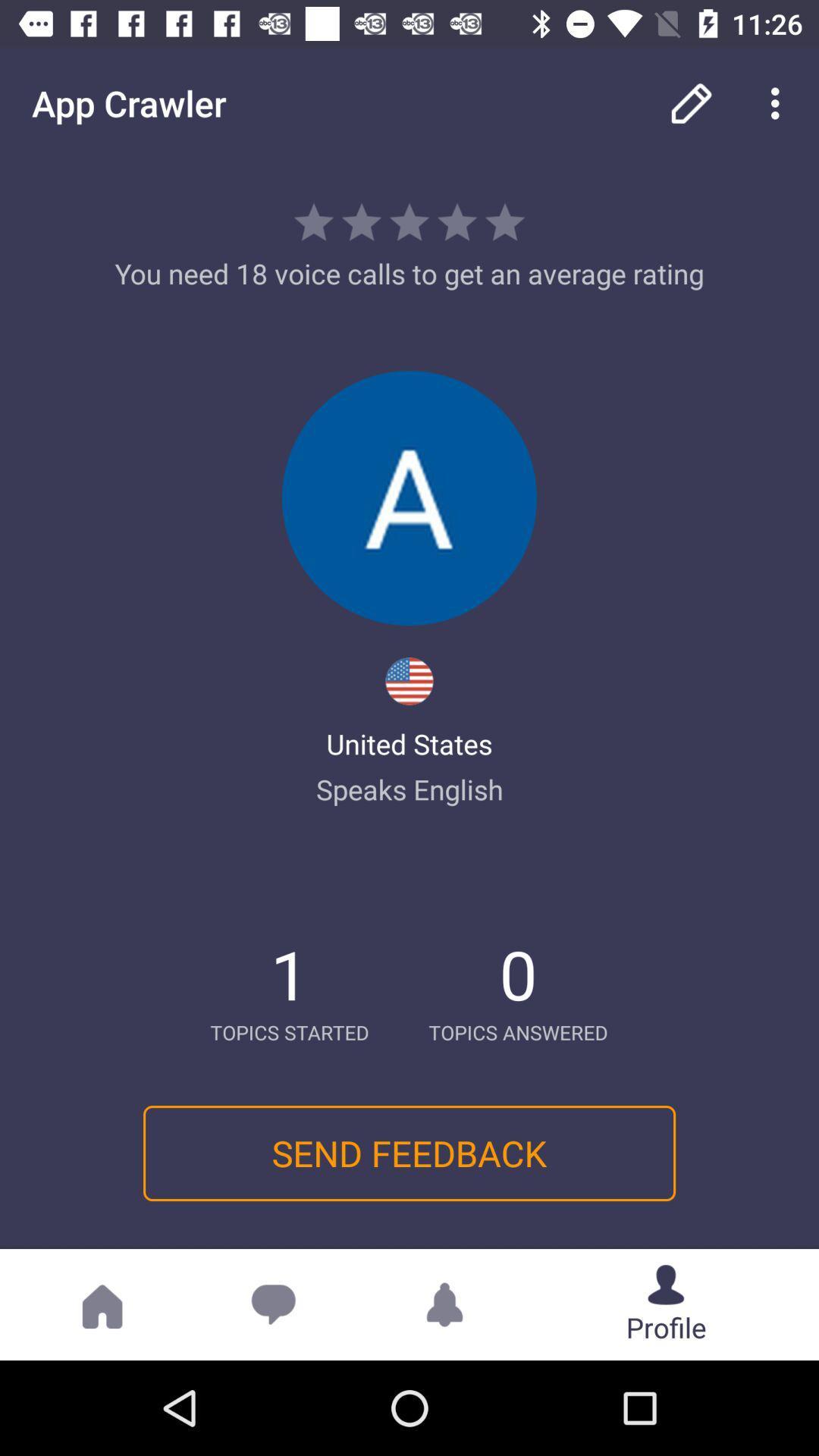  I want to click on the send feedback icon, so click(409, 1153).